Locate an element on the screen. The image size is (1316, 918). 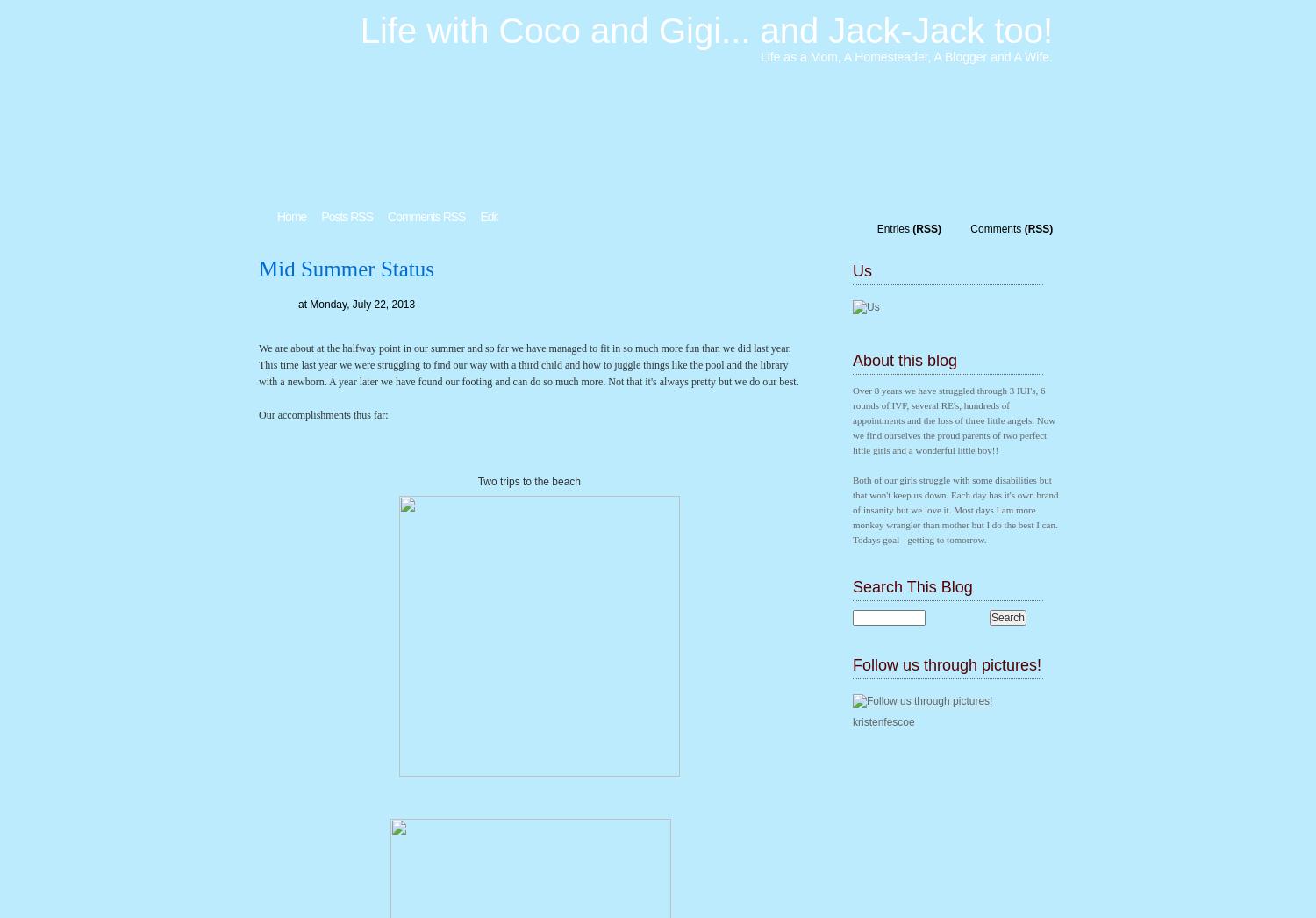
'We are about at the halfway point in our summer and so far we have managed to fit in so much more fun than we did last year. This time last year we were struggling to find our way with a third child and how to juggle things like the pool and the library with a newborn. A year later we have found our footing and can do so much more. Not that it's always pretty but we do our best.' is located at coordinates (527, 364).